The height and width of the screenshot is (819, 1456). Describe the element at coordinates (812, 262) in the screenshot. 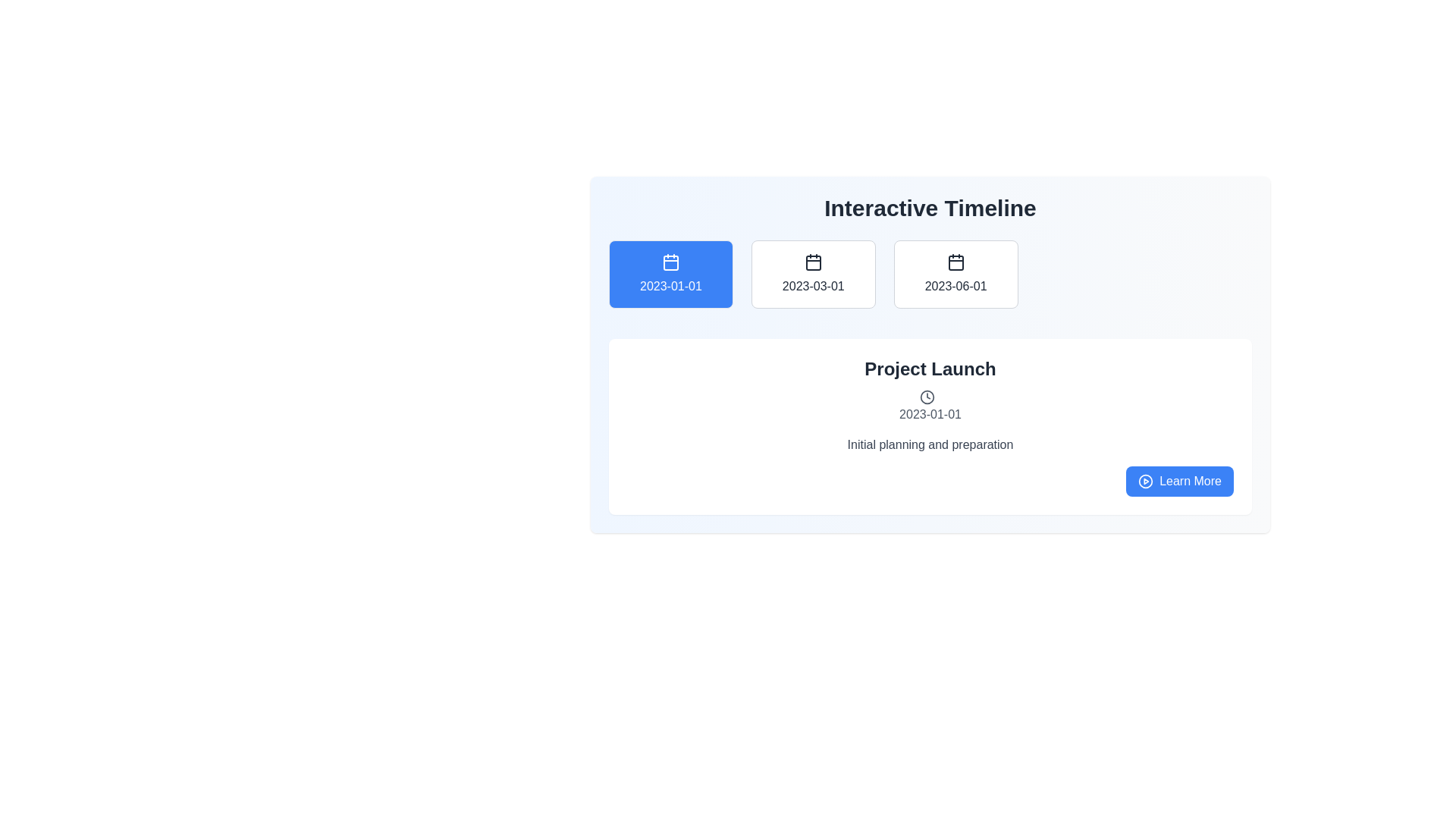

I see `the calendar icon representing the date '2023-03-01', which is the second icon in a row of three similar date-based items near the top center of the interface` at that location.